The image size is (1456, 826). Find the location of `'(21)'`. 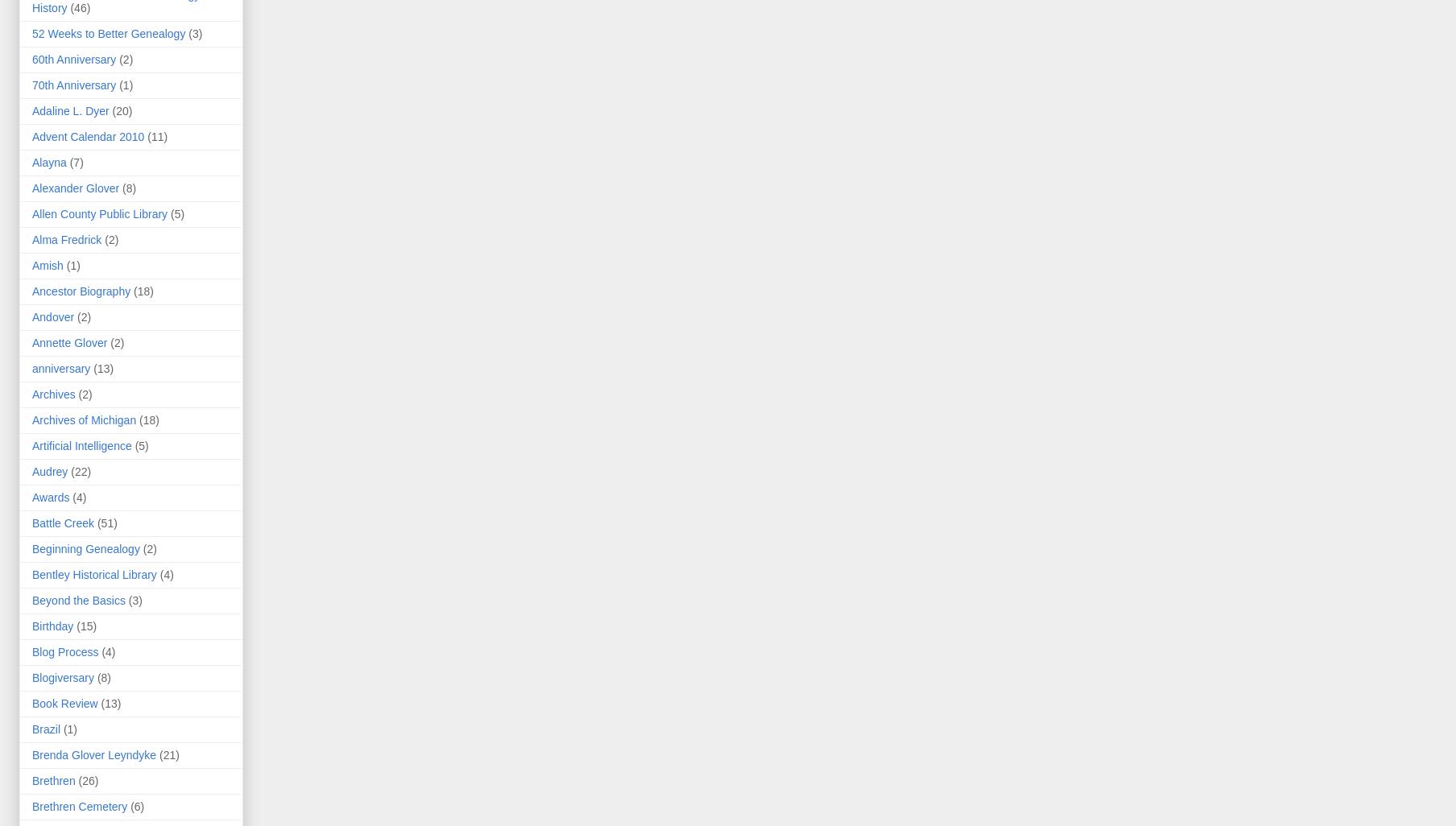

'(21)' is located at coordinates (159, 754).